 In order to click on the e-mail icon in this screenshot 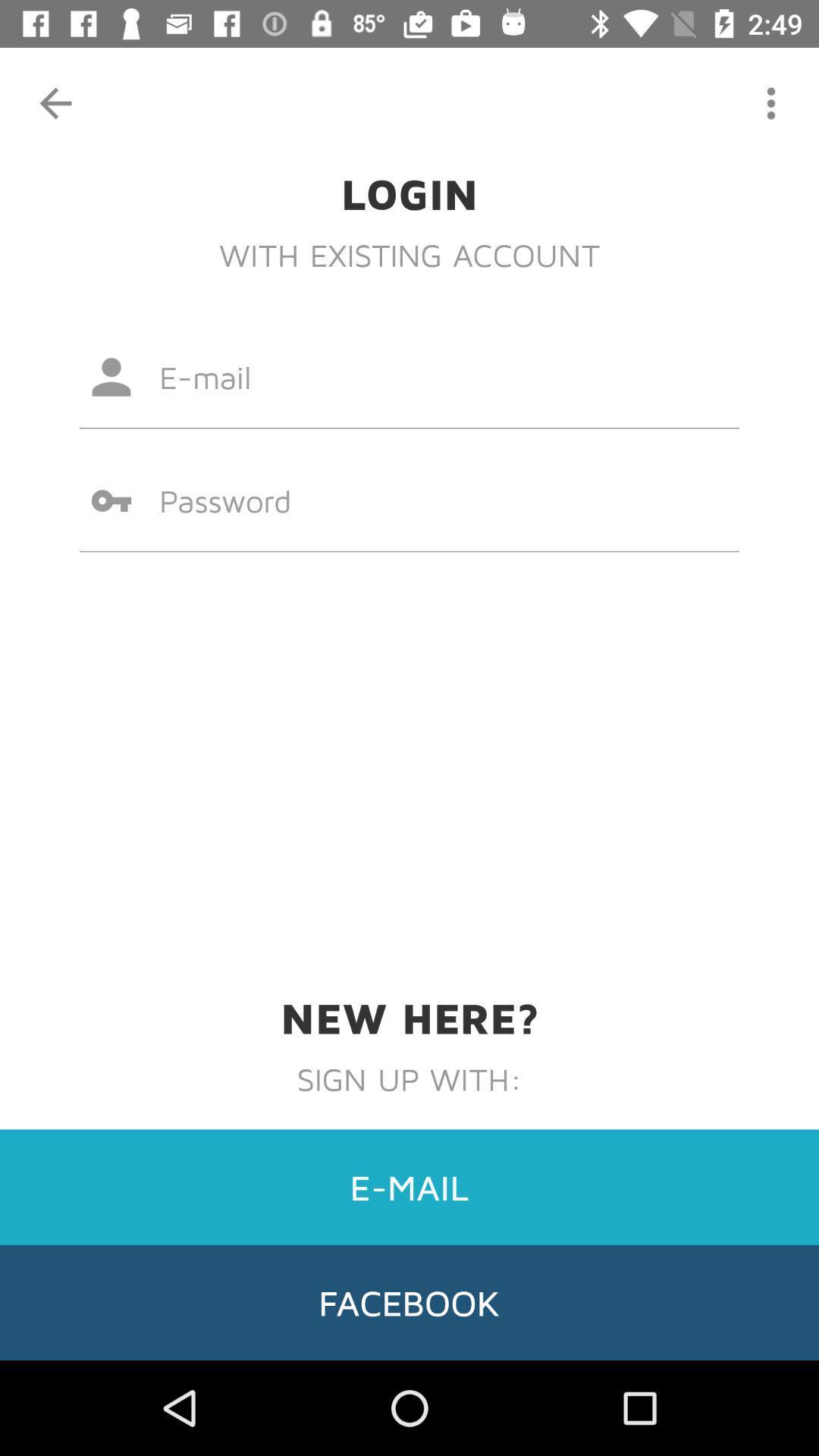, I will do `click(409, 1186)`.